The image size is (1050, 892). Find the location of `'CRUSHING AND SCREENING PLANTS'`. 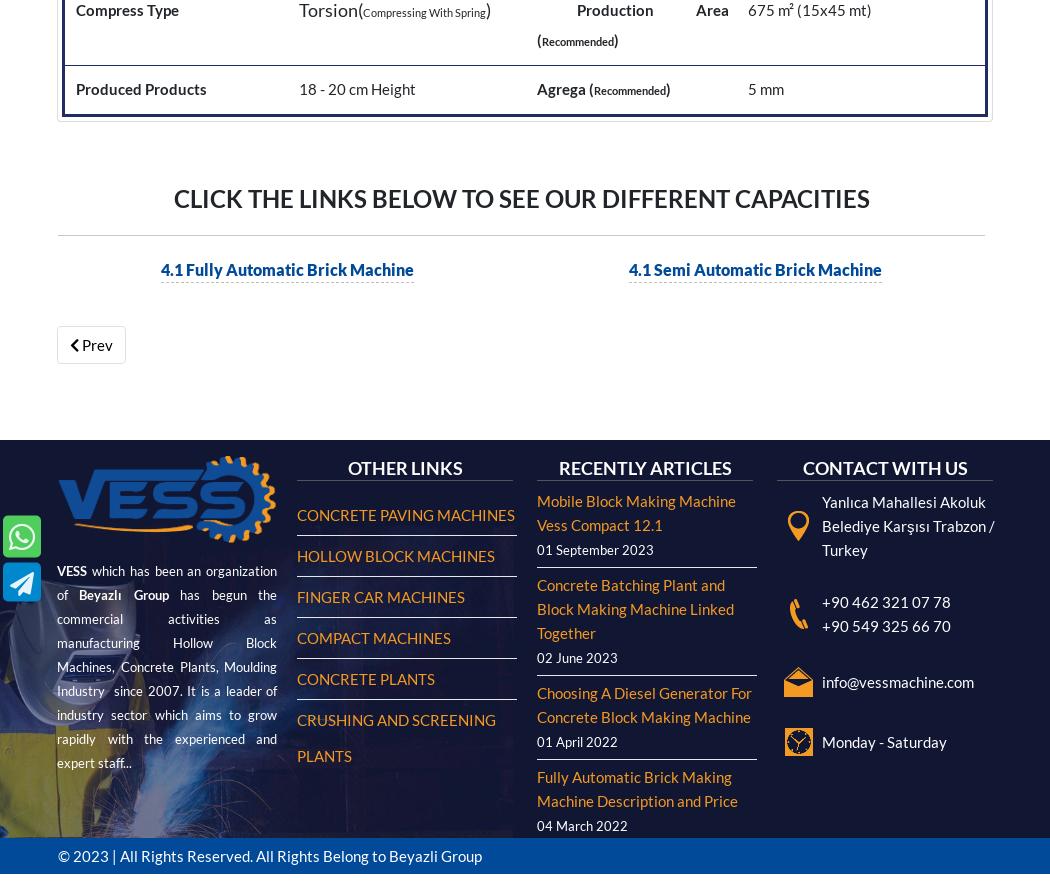

'CRUSHING AND SCREENING PLANTS' is located at coordinates (396, 96).